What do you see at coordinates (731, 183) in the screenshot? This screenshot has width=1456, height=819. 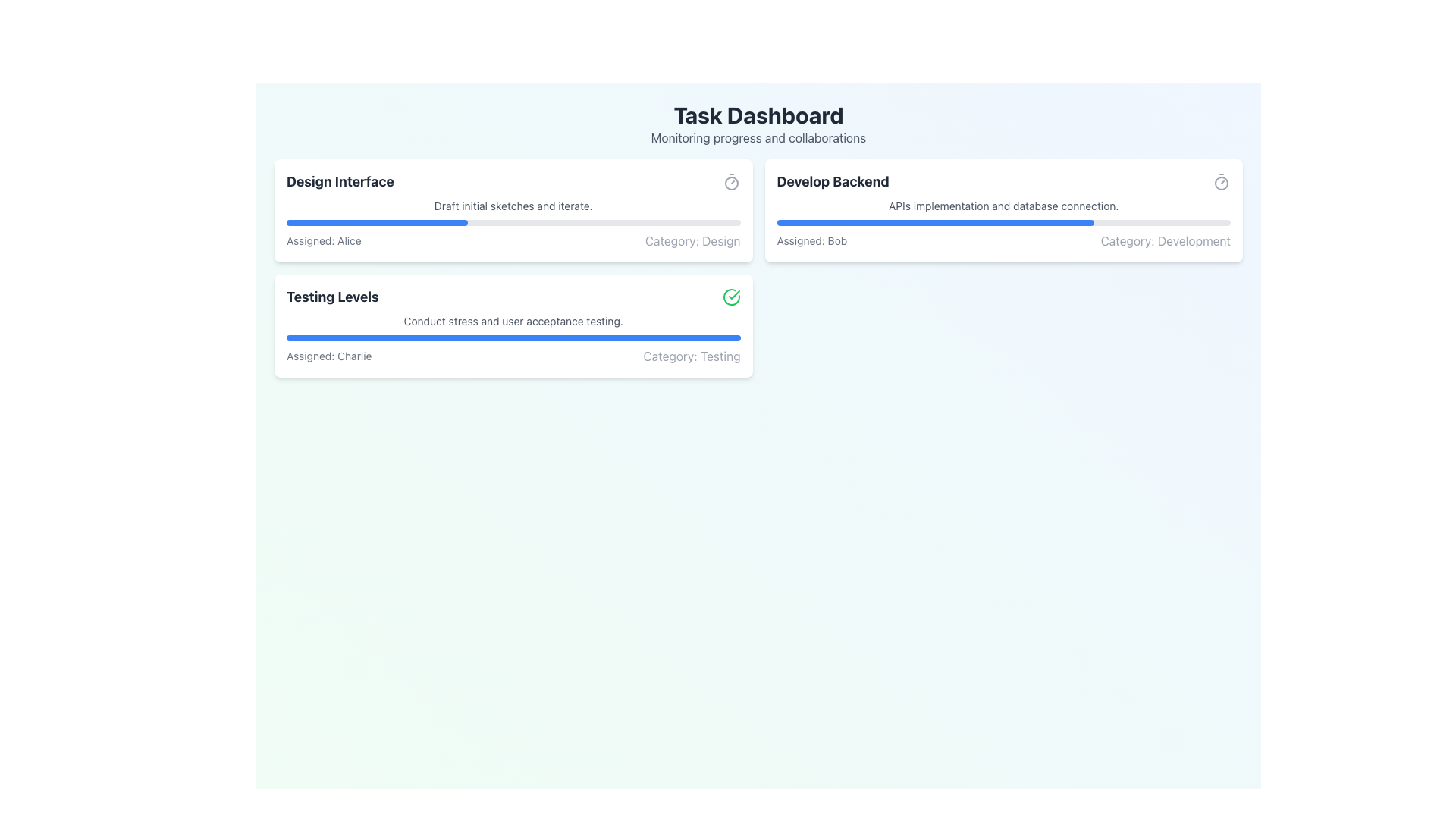 I see `the SVG Circle element, which is styled with a gray stroke color and is part of the timer icon located in the upper-right corner of the 'Develop Backend' card` at bounding box center [731, 183].